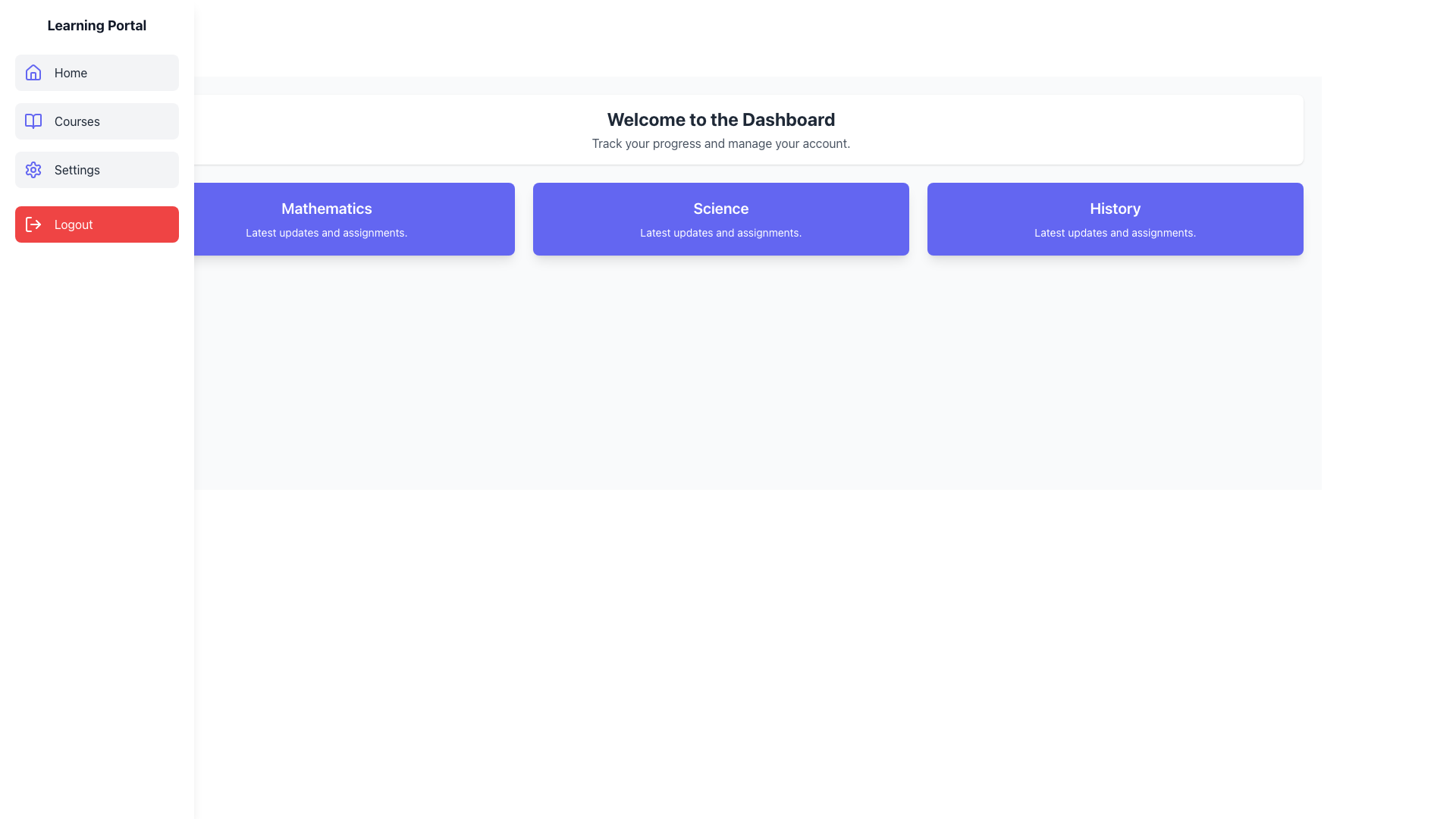 This screenshot has width=1456, height=819. I want to click on text displayed in the text label showing 'Latest updates and assignments.' which is located below the title 'Science' on a blue card, so click(720, 233).